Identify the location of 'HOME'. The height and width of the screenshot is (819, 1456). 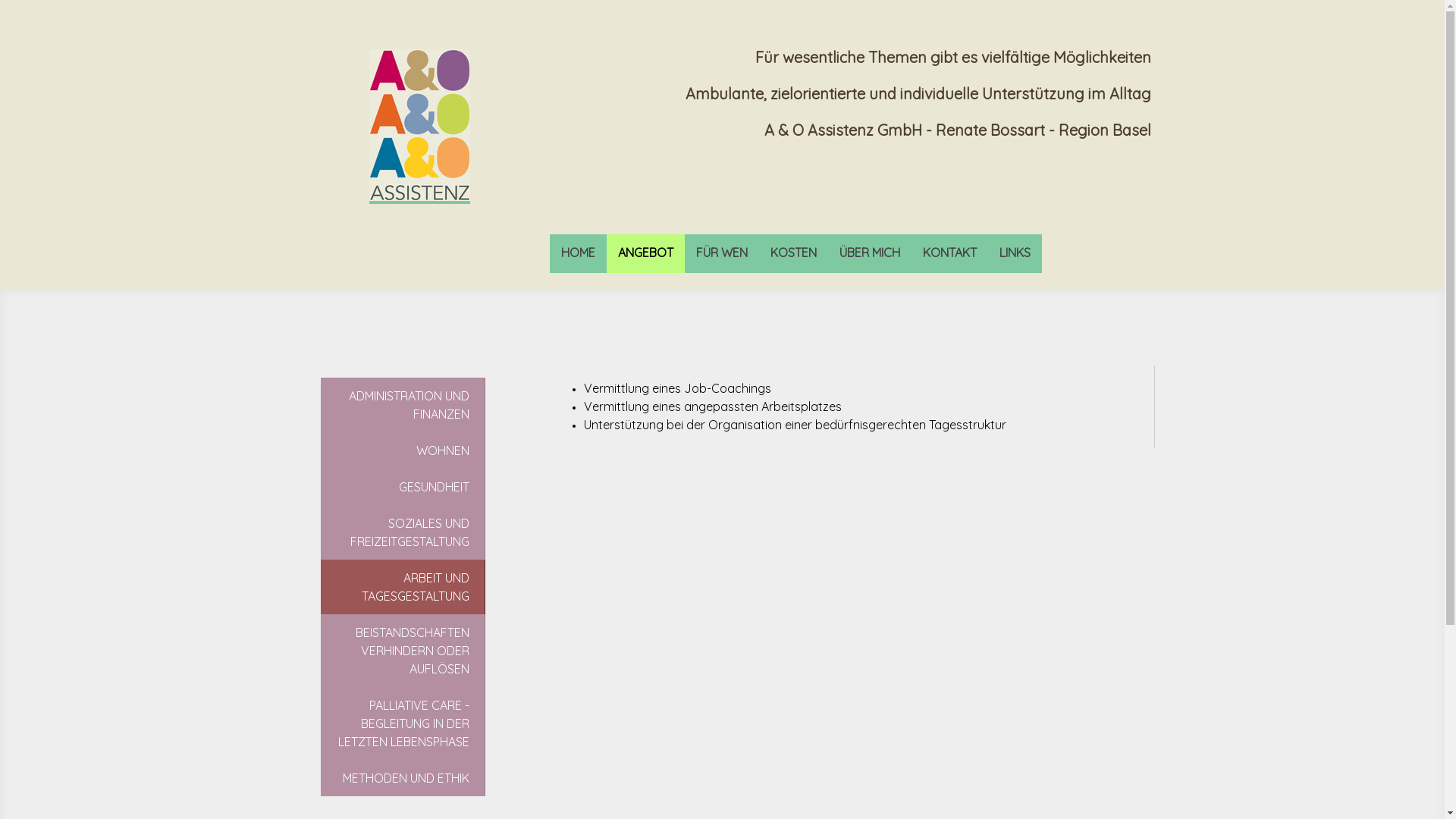
(576, 253).